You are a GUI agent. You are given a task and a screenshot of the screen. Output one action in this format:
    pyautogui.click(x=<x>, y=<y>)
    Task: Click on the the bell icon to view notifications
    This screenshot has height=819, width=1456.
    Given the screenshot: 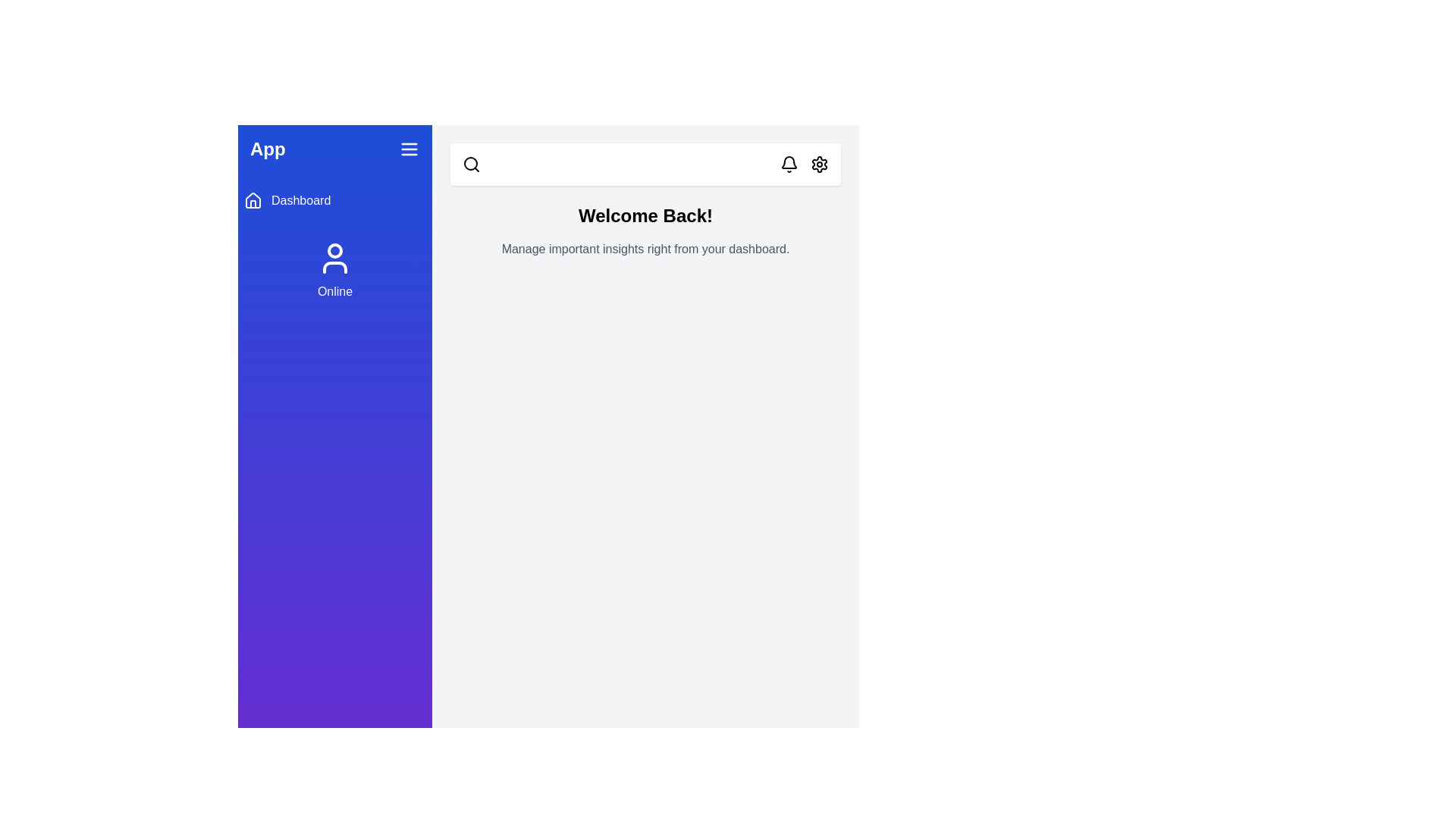 What is the action you would take?
    pyautogui.click(x=789, y=164)
    